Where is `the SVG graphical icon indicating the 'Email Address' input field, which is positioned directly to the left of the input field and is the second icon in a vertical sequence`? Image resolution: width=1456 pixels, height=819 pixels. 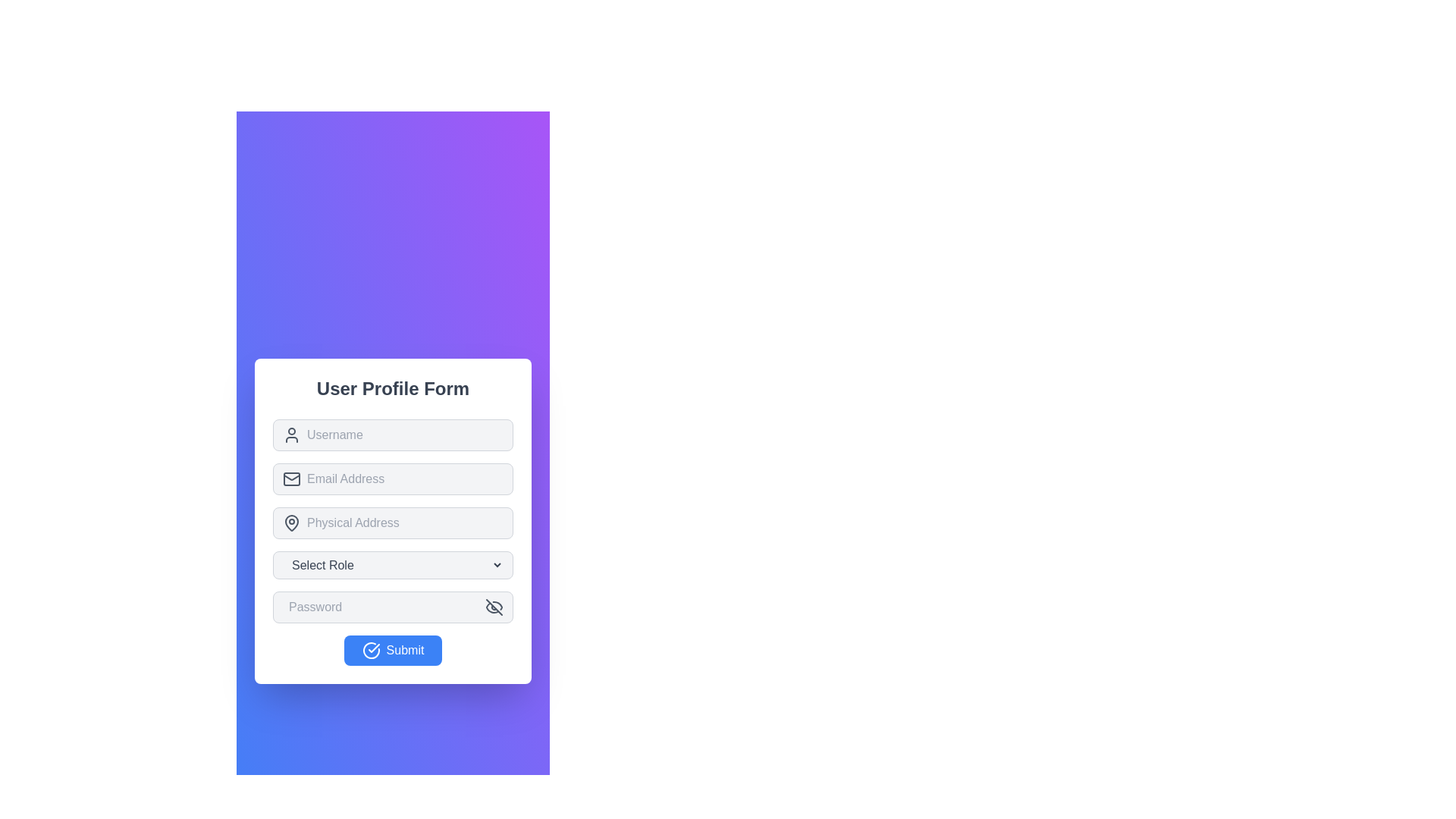
the SVG graphical icon indicating the 'Email Address' input field, which is positioned directly to the left of the input field and is the second icon in a vertical sequence is located at coordinates (291, 479).